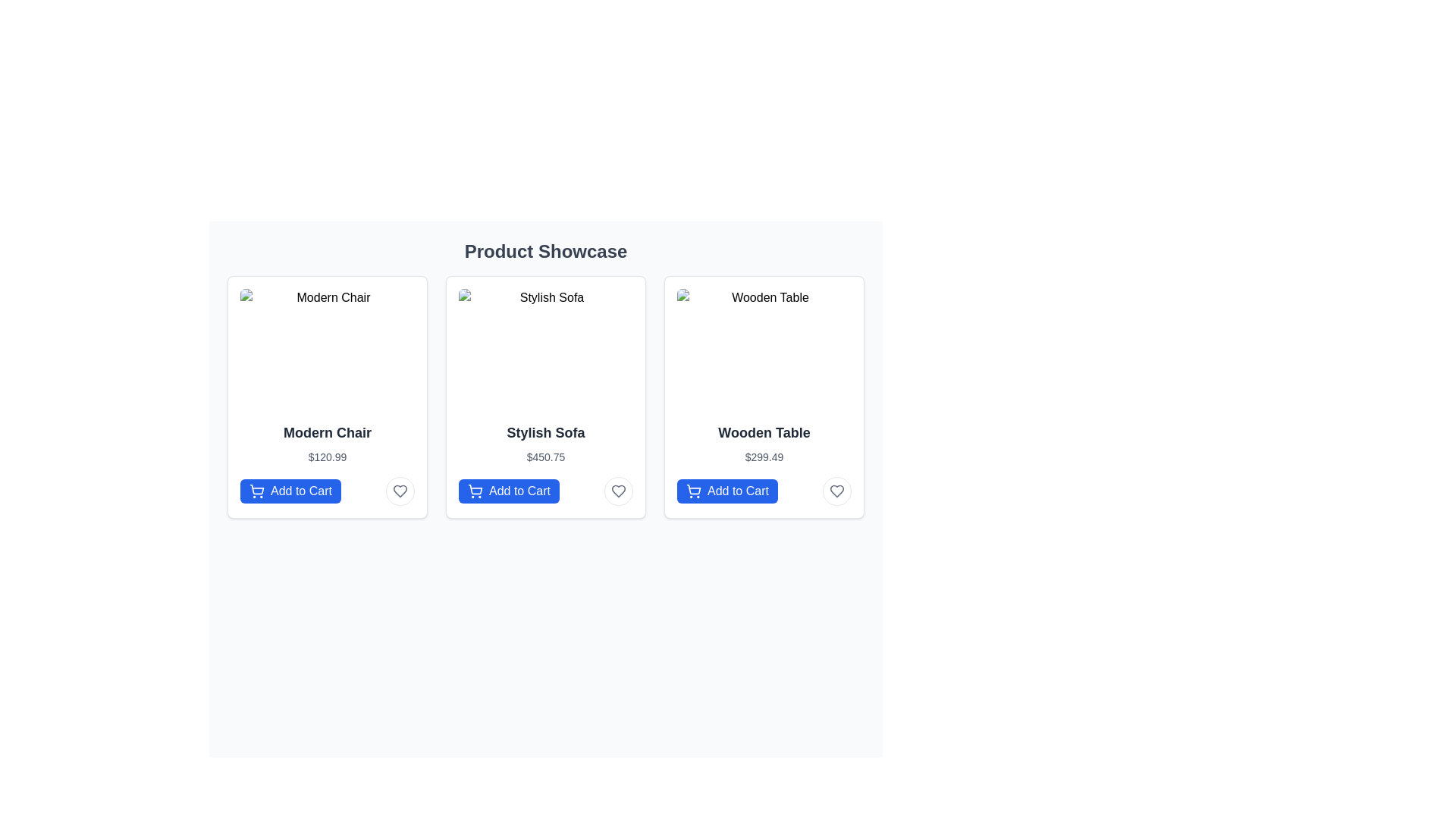  Describe the element at coordinates (400, 491) in the screenshot. I see `the heart-shaped icon in the bottom-right corner of the 'Modern Chair' product card to favorite the item` at that location.